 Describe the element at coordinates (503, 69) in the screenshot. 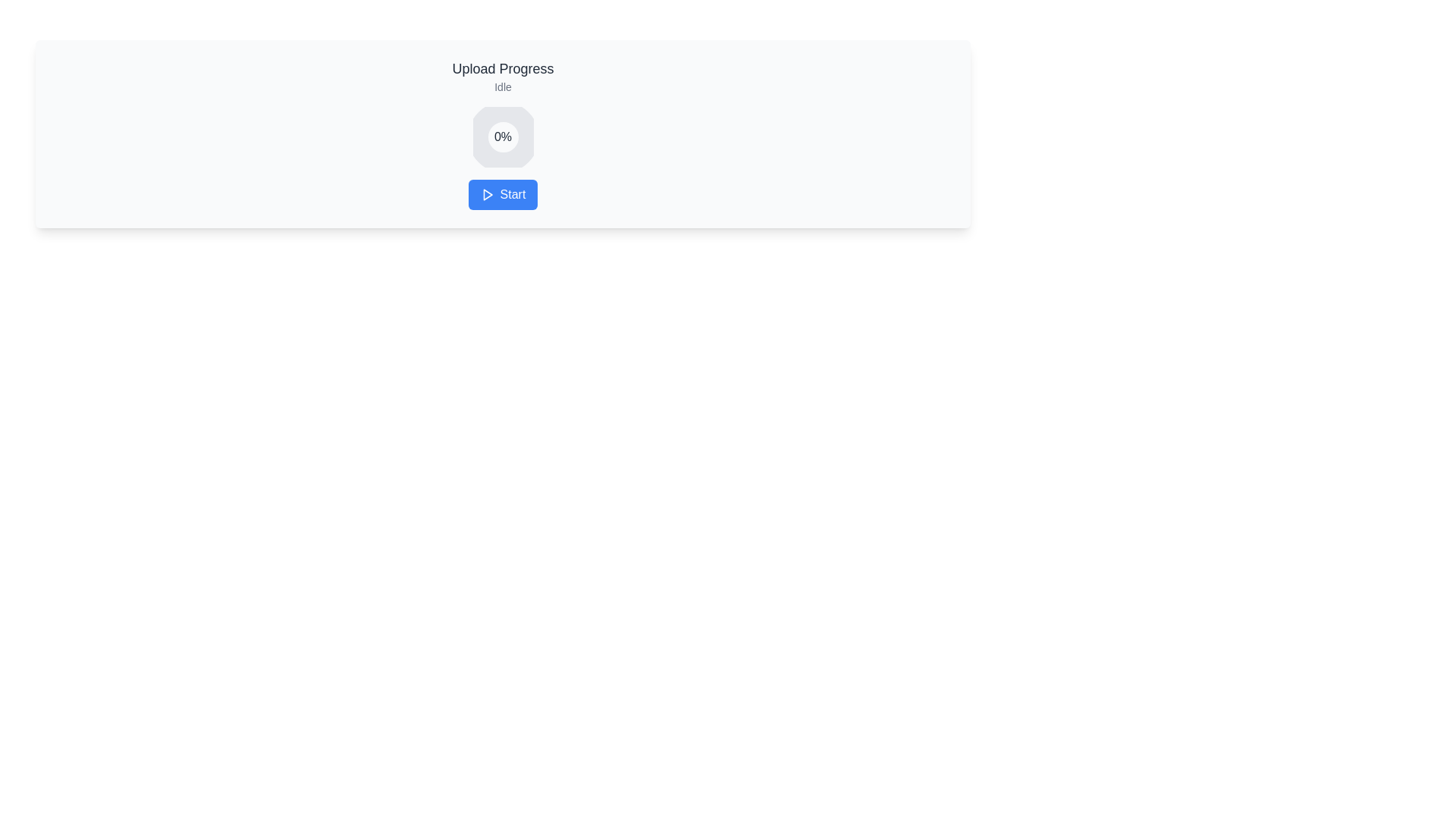

I see `the static text label displaying 'Upload Progress', which is bold, gray, and prominently positioned at the top-center of the section` at that location.